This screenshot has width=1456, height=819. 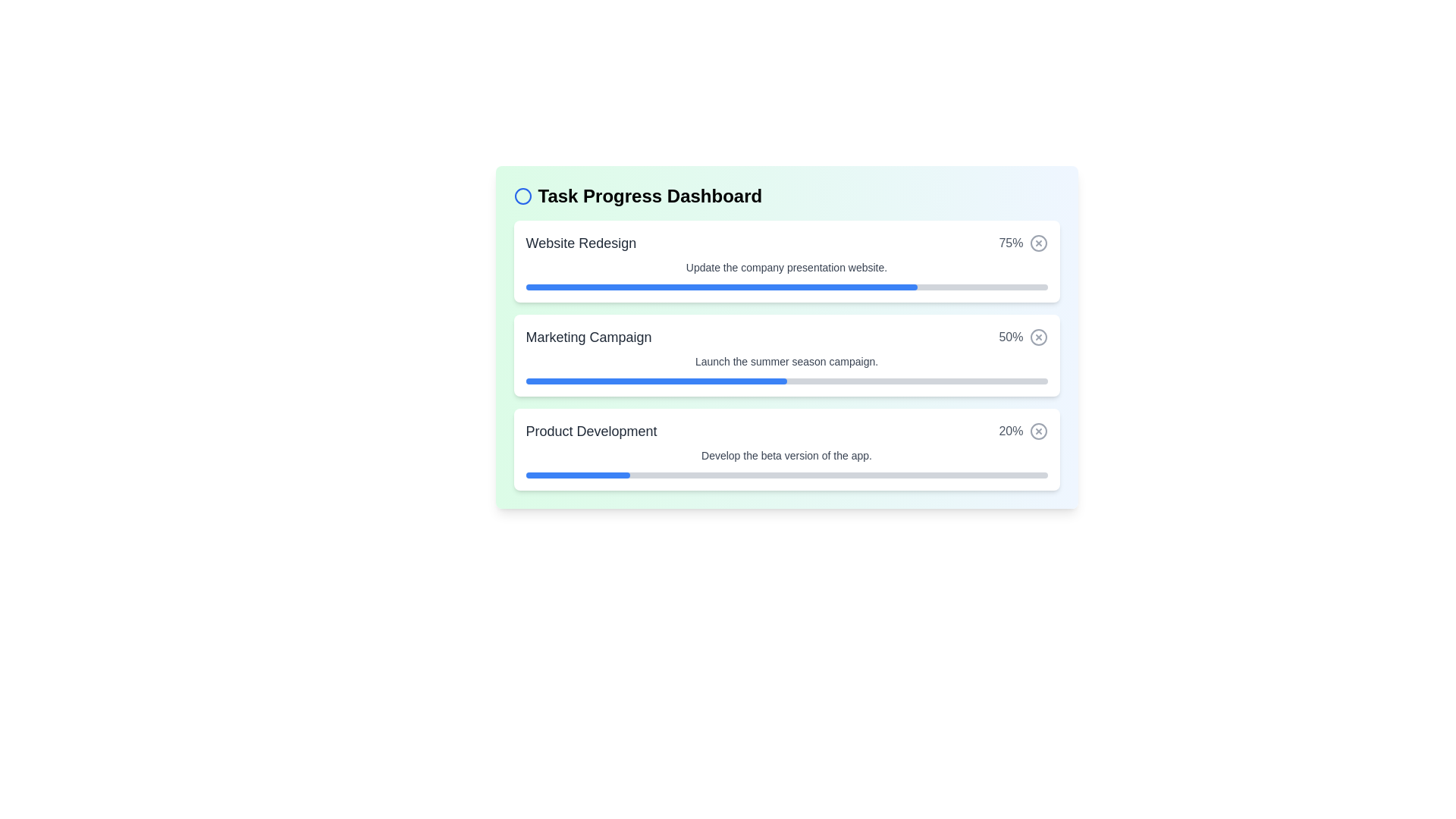 What do you see at coordinates (786, 260) in the screenshot?
I see `the 'Website Redesign' task card, which is the topmost entry in the list` at bounding box center [786, 260].